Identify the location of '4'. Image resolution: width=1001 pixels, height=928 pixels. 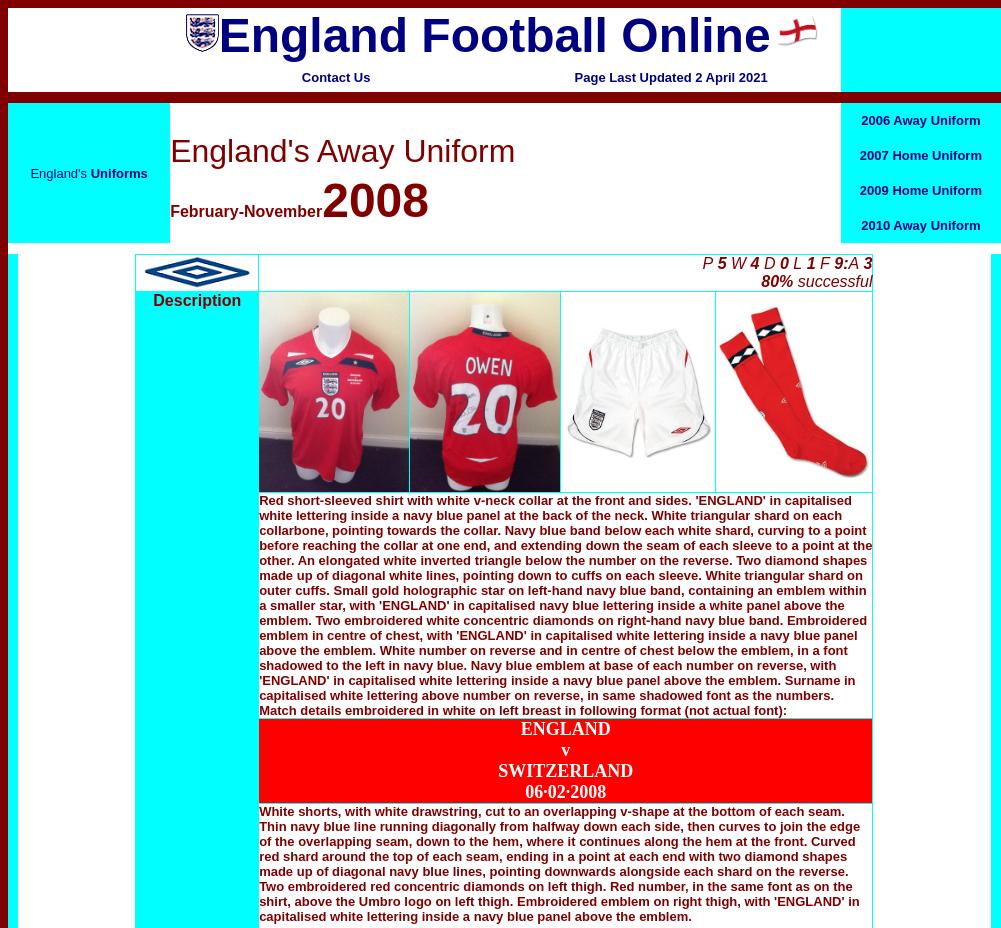
(754, 262).